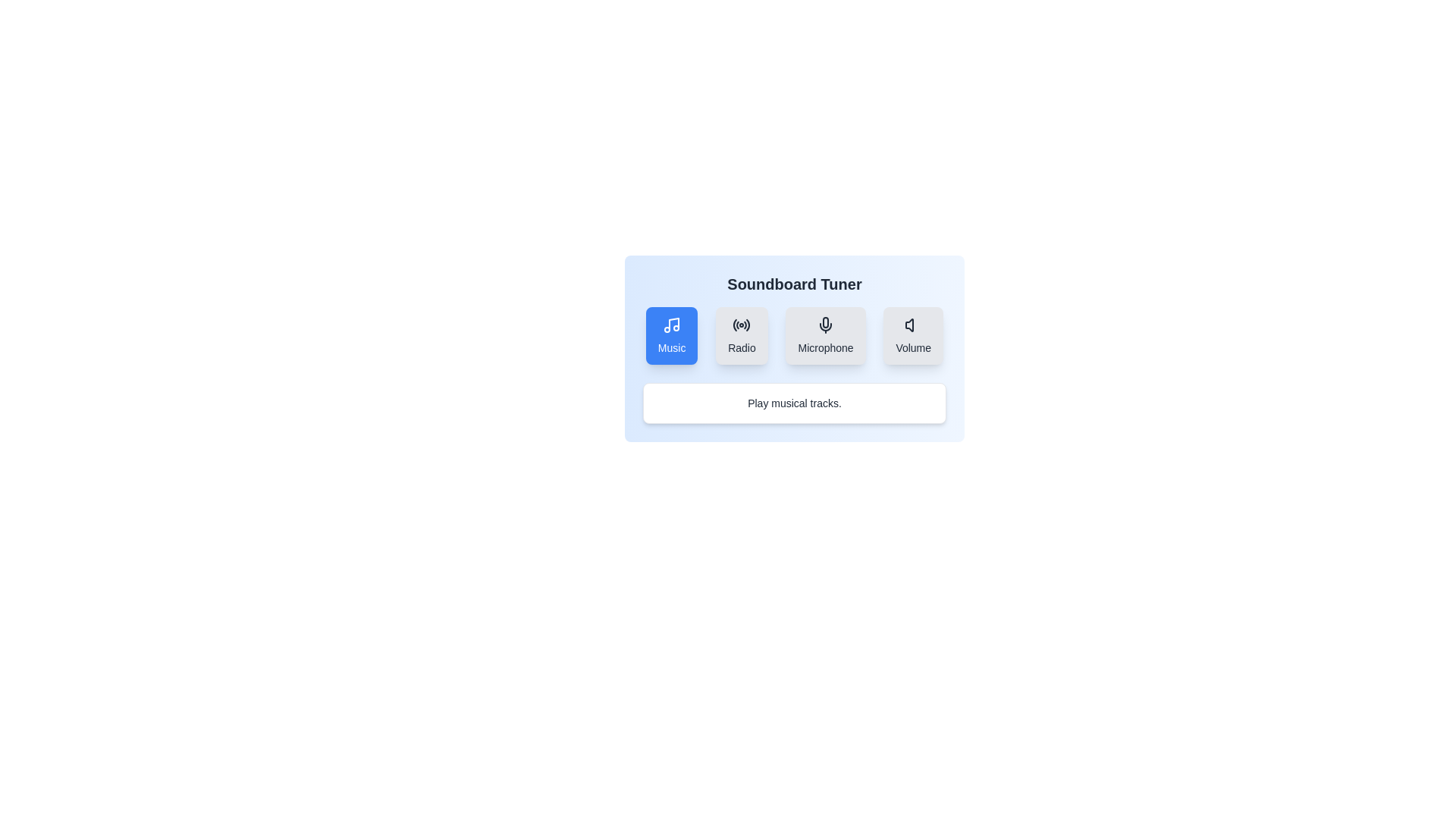 The image size is (1456, 819). What do you see at coordinates (671, 335) in the screenshot?
I see `the Music option in the Soundboard Tuner menu` at bounding box center [671, 335].